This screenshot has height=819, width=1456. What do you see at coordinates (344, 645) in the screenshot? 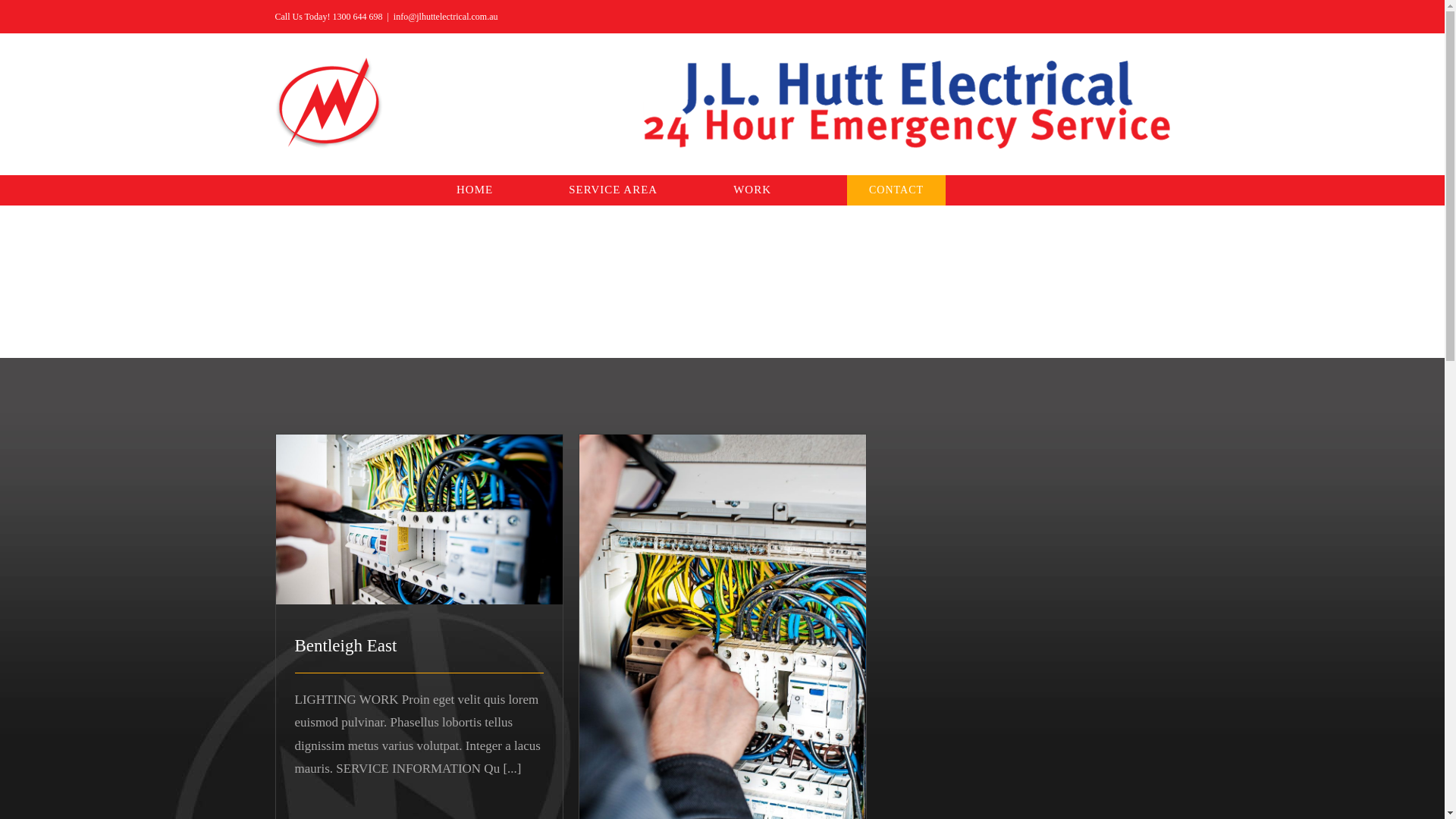
I see `'Bentleigh East'` at bounding box center [344, 645].